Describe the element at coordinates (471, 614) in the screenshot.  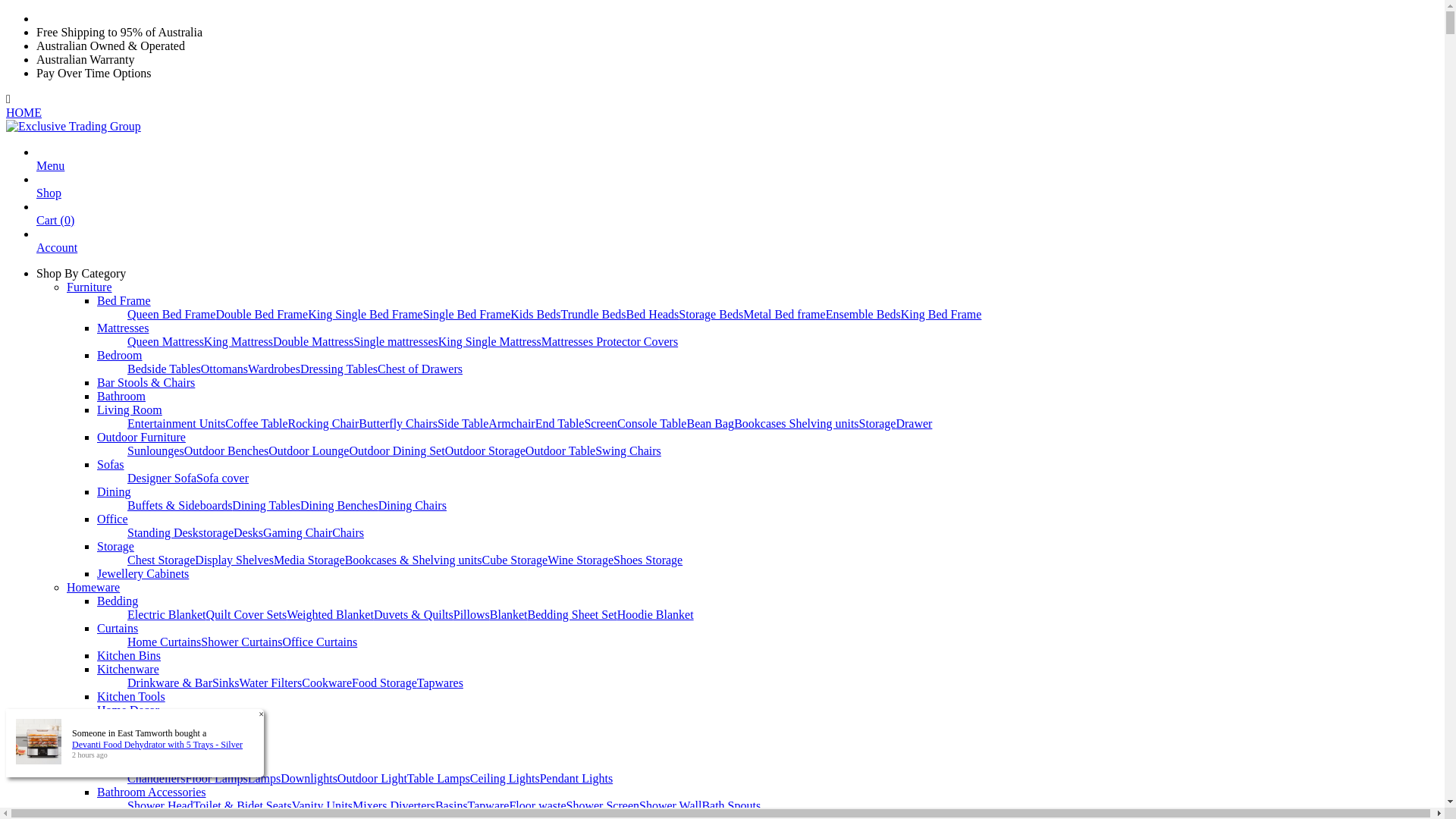
I see `'Pillows'` at that location.